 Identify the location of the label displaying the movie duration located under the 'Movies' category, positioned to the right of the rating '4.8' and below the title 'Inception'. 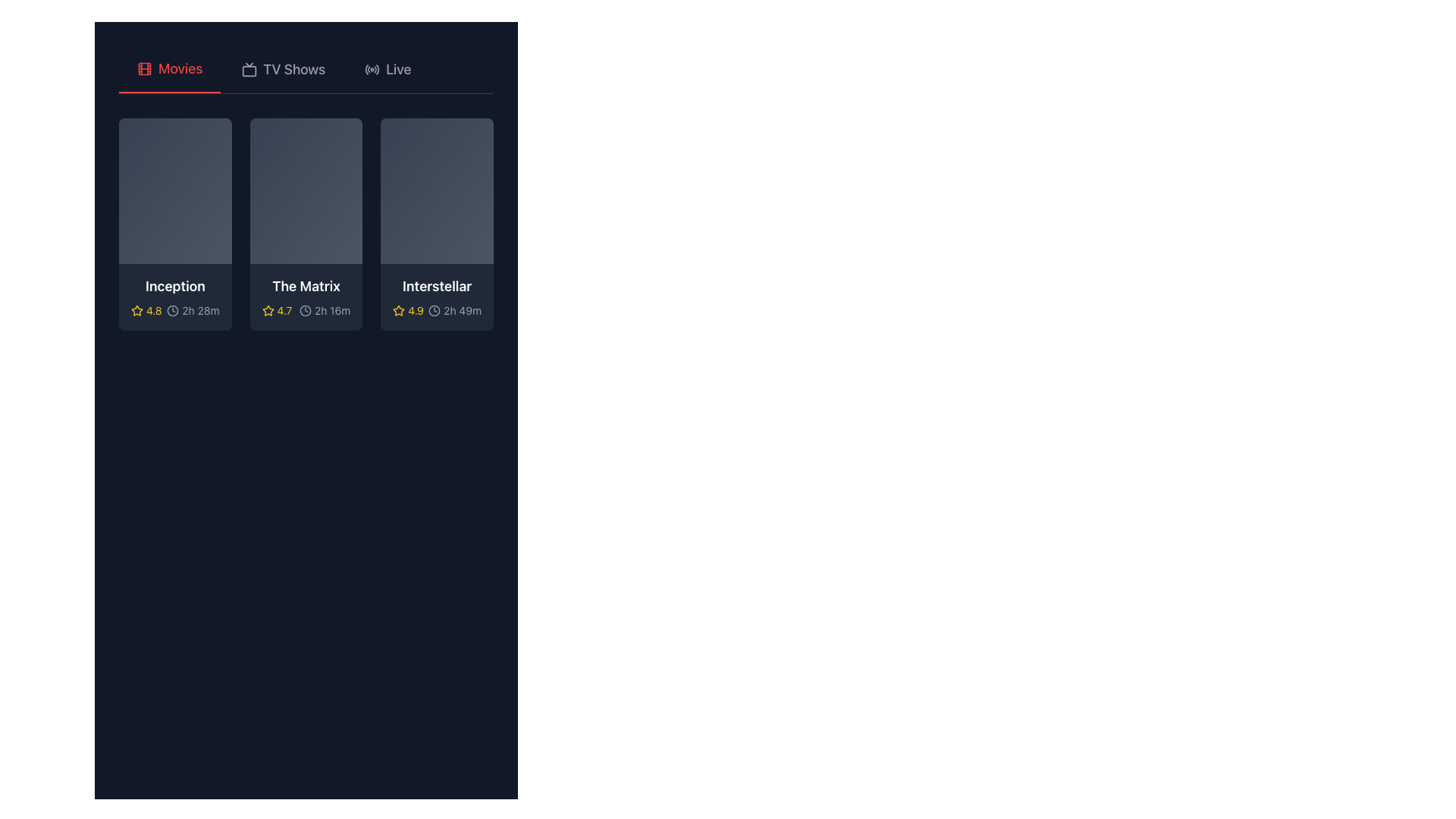
(192, 309).